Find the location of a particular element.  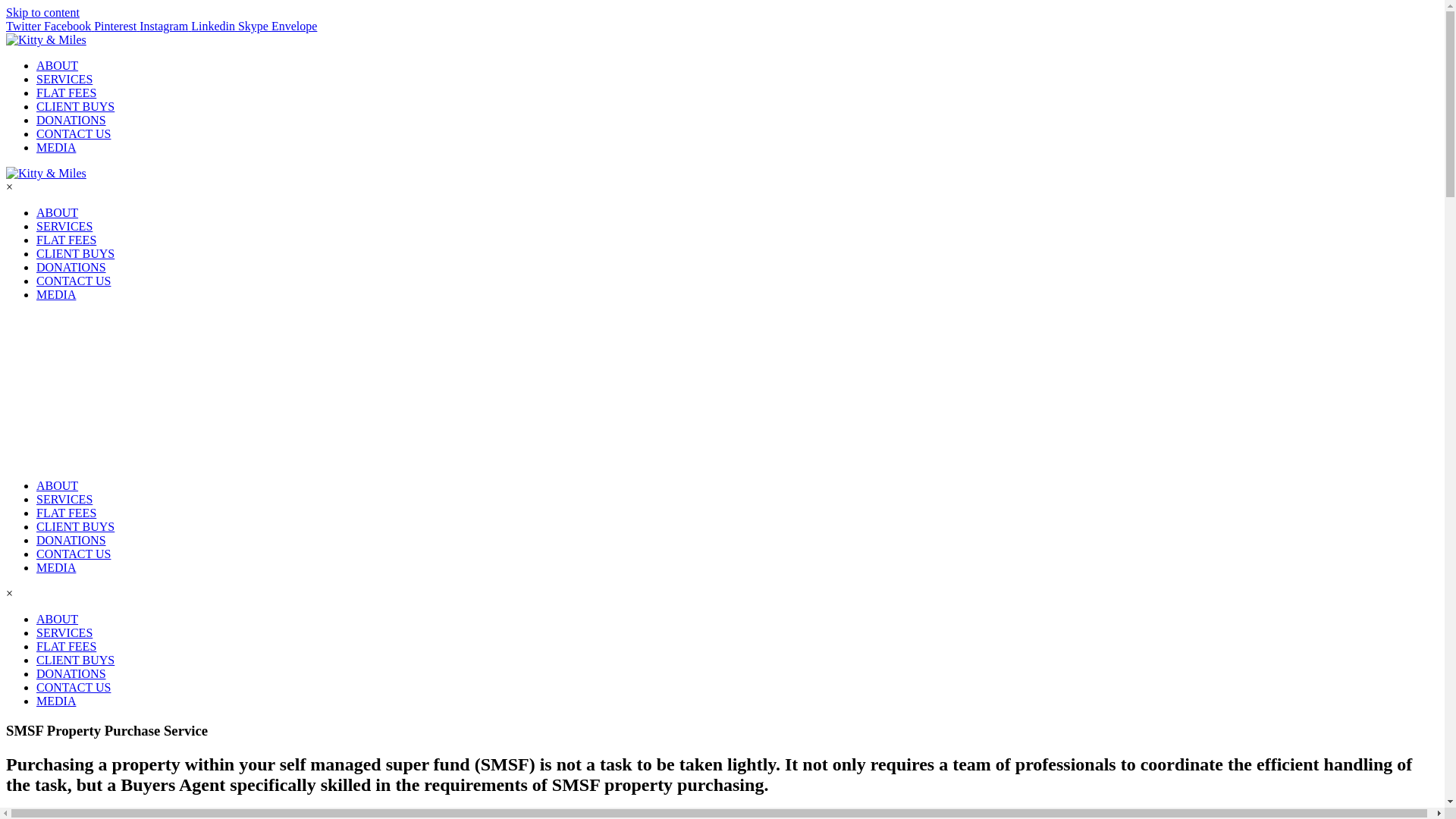

'FLAT FEES' is located at coordinates (65, 646).